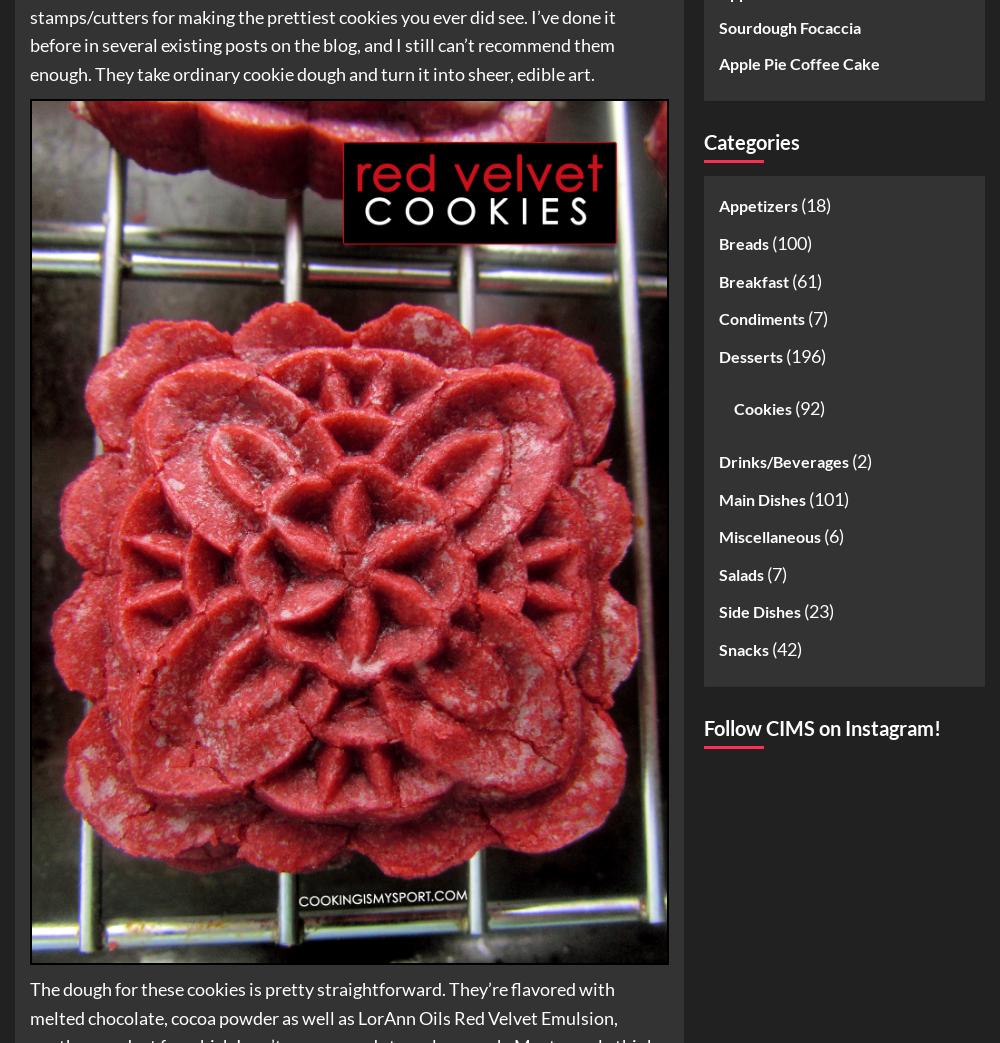 The width and height of the screenshot is (1000, 1043). I want to click on 'Snacks', so click(743, 647).